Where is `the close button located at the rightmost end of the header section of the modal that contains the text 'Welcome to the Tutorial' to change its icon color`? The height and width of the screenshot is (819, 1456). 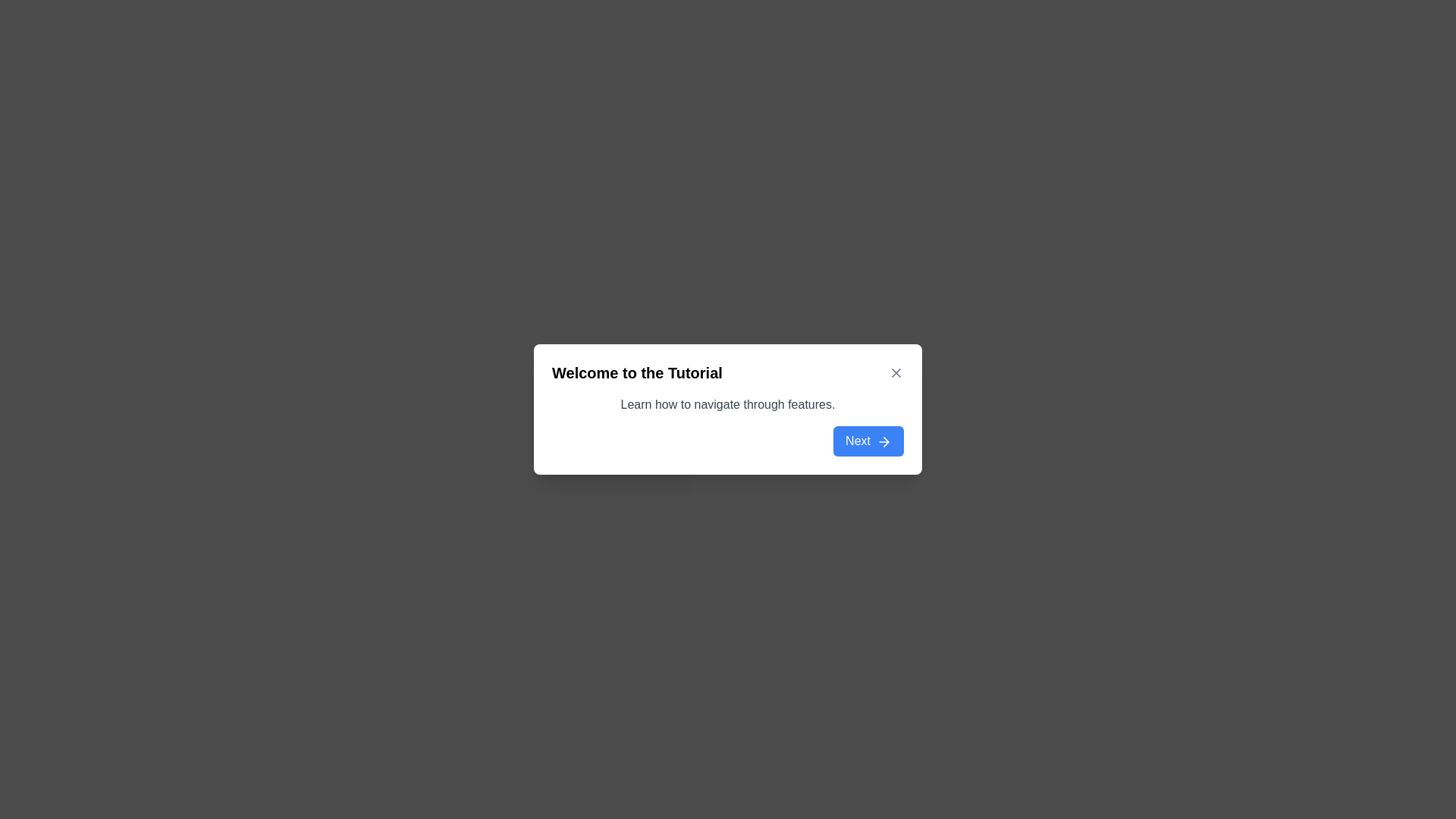 the close button located at the rightmost end of the header section of the modal that contains the text 'Welcome to the Tutorial' to change its icon color is located at coordinates (896, 373).